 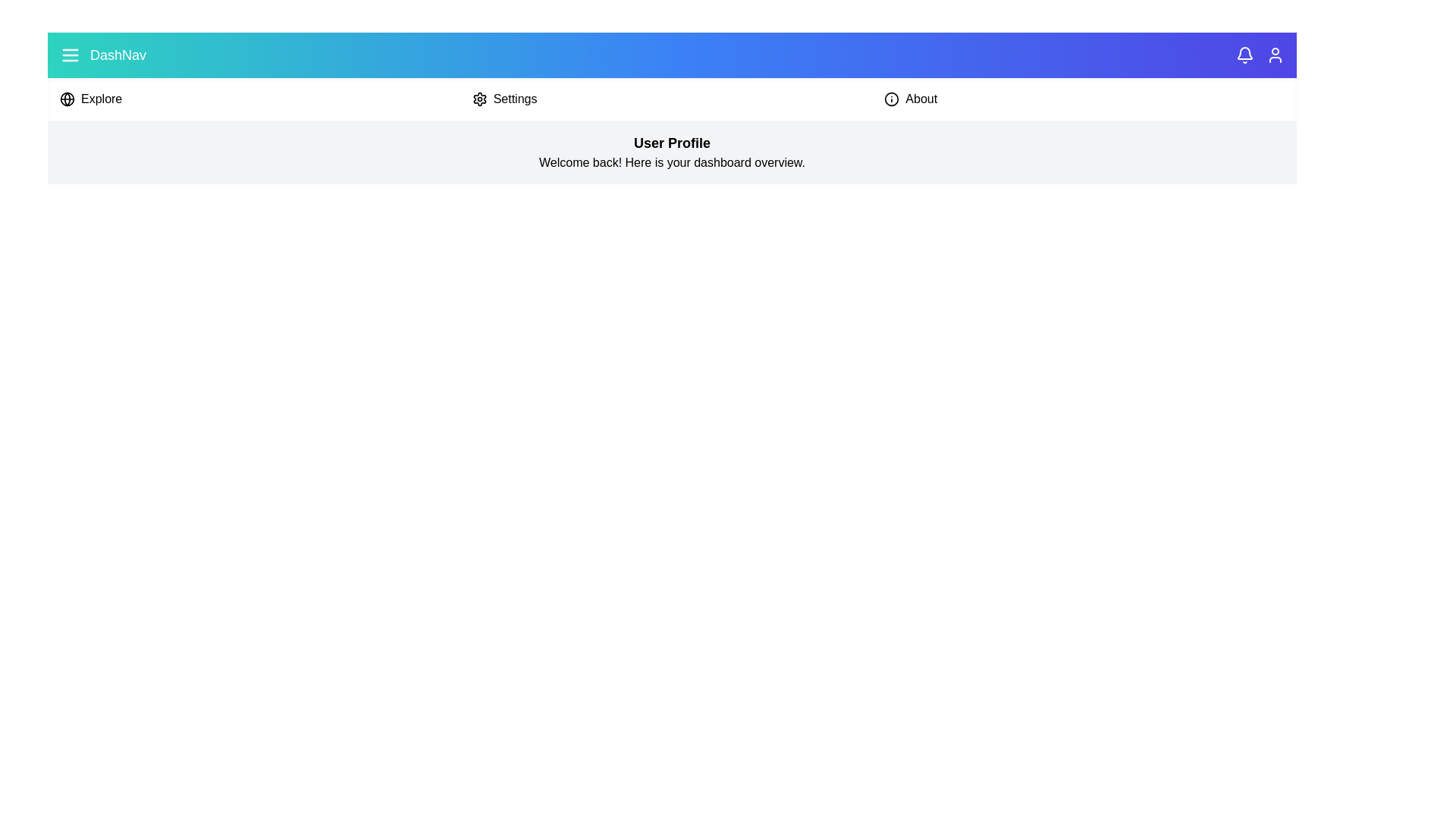 What do you see at coordinates (1244, 55) in the screenshot?
I see `the bell_icon to see its interactive state` at bounding box center [1244, 55].